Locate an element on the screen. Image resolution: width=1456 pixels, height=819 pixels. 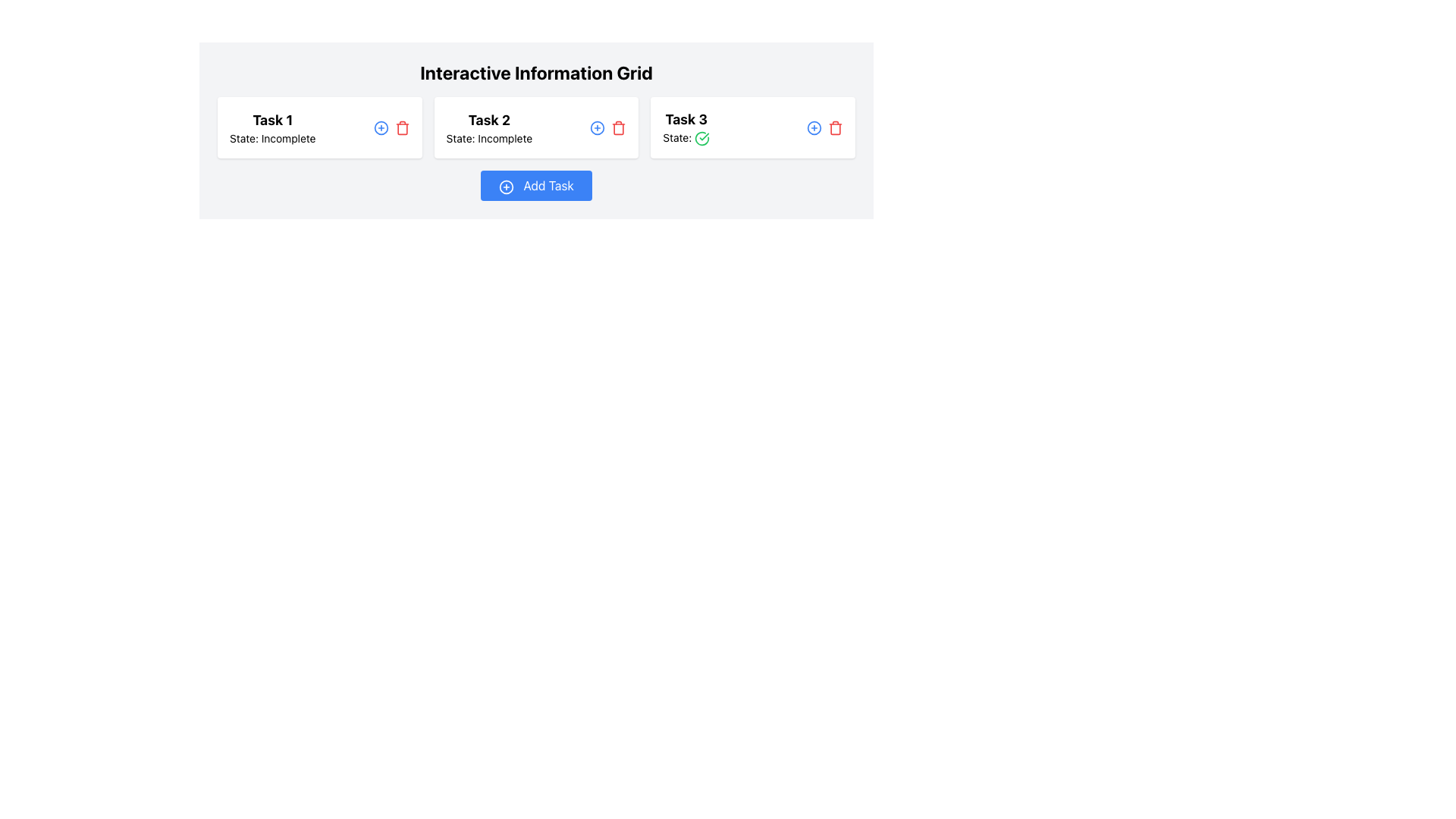
the button used to initiate the process of adding a new task to the grid, which is located centrally below the task panels labeled 'Task 1,' 'Task 2,' and 'Task 3.' is located at coordinates (536, 185).